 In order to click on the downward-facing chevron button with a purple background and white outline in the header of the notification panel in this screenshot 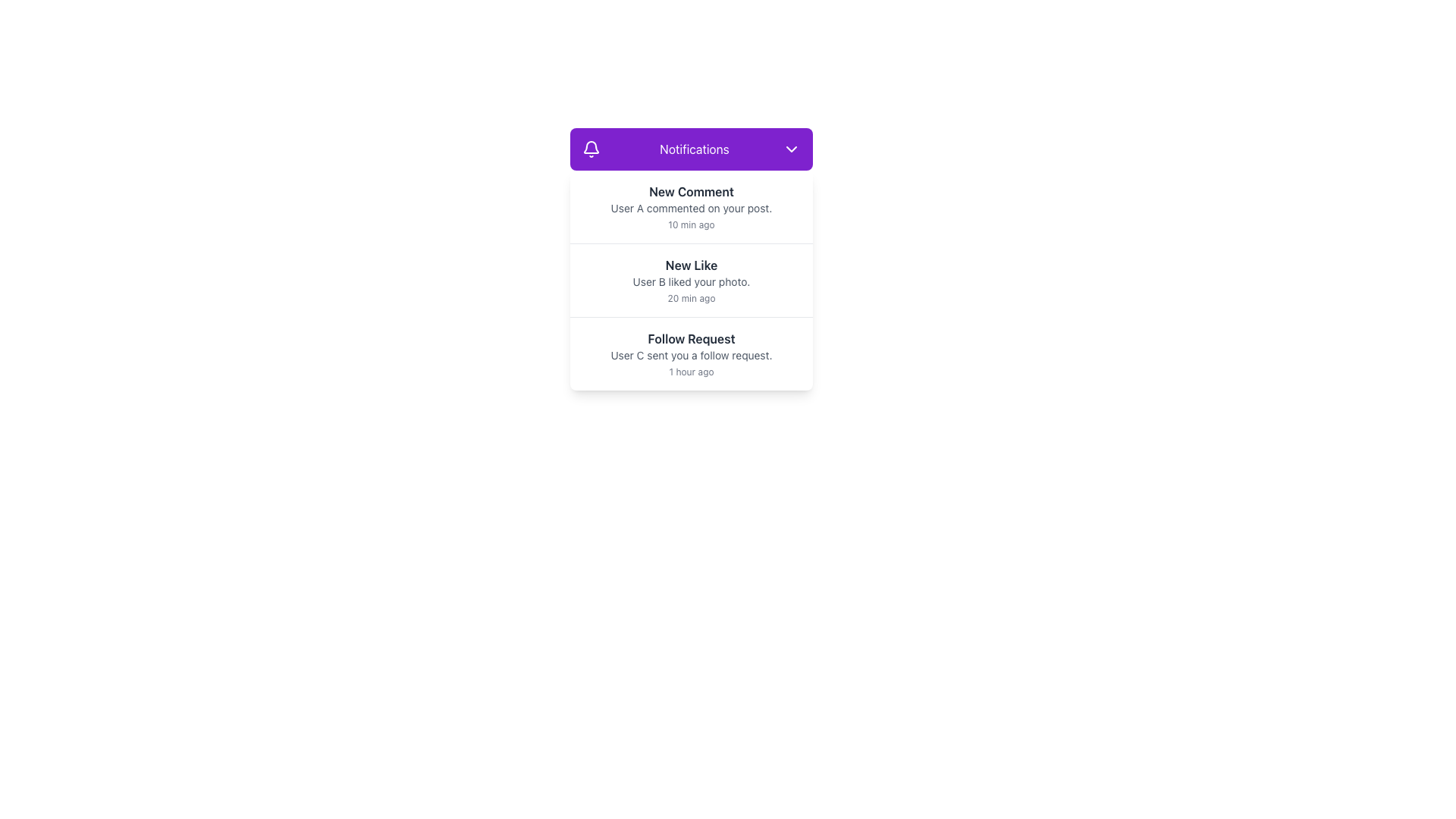, I will do `click(790, 149)`.